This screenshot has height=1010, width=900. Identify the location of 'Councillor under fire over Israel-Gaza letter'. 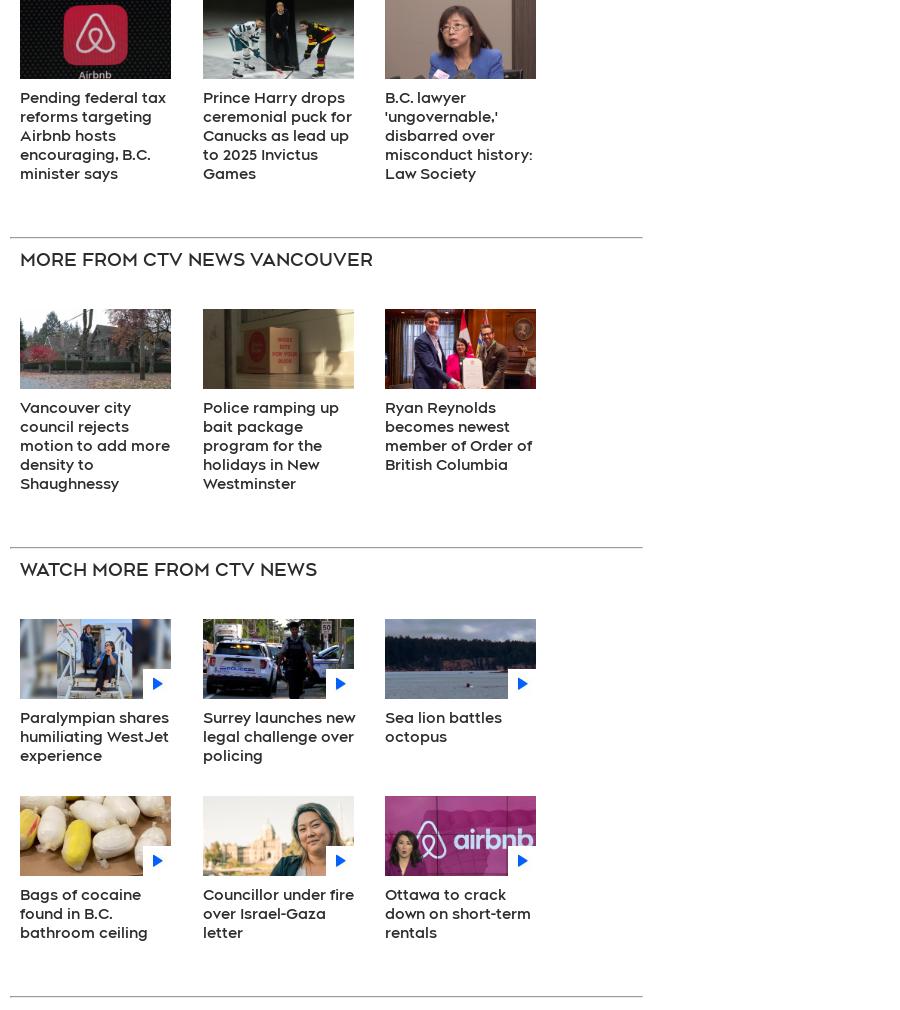
(276, 913).